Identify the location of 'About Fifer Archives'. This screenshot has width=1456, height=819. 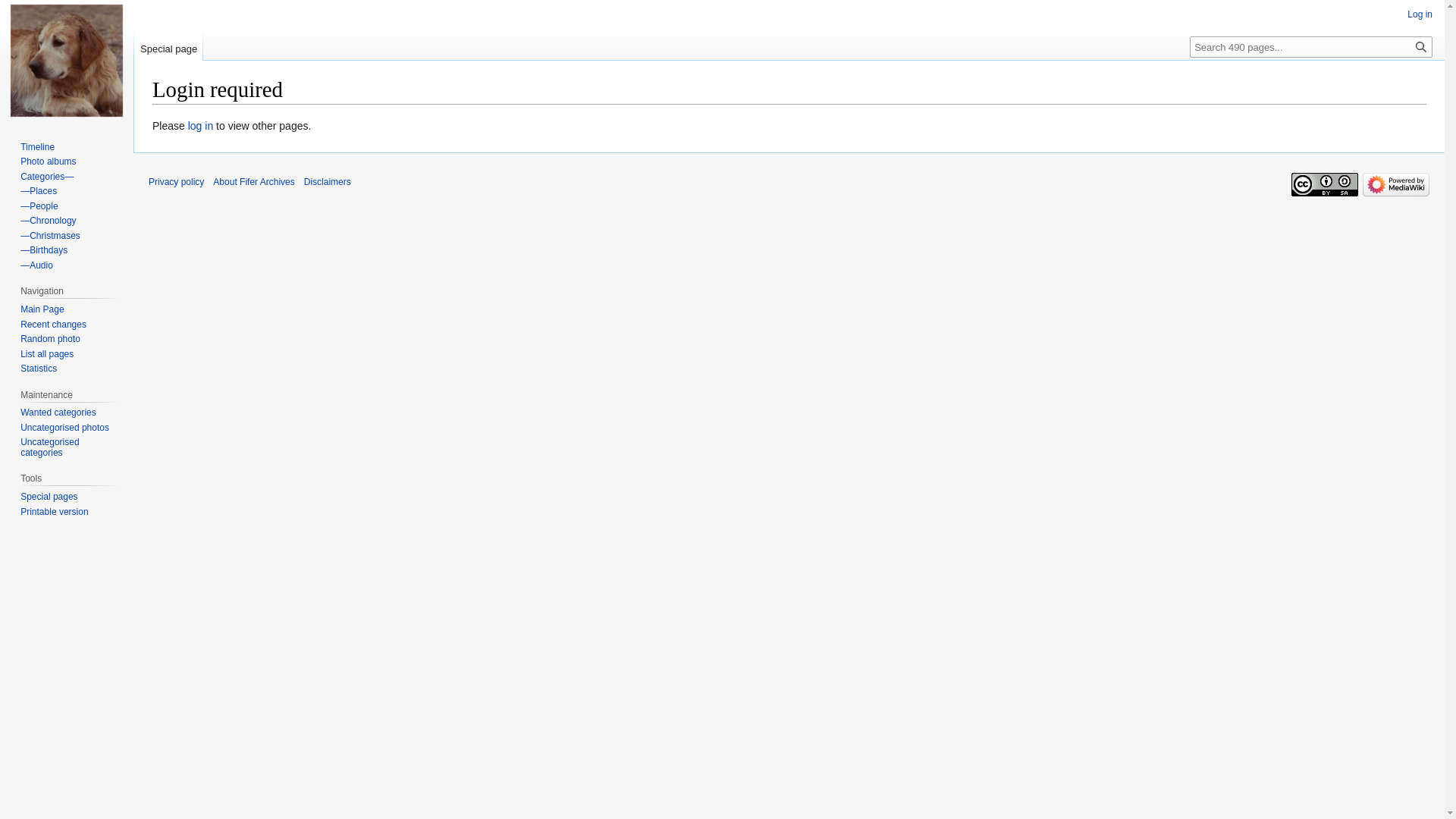
(253, 180).